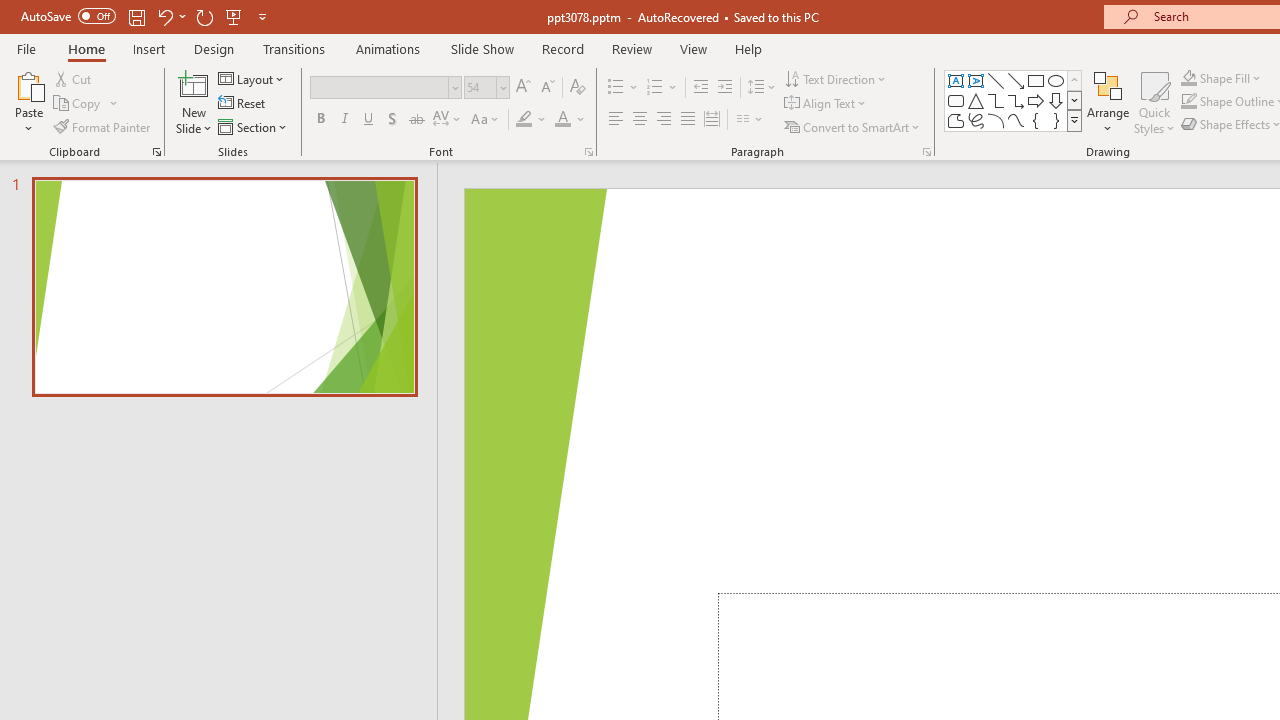 The image size is (1280, 720). Describe the element at coordinates (251, 78) in the screenshot. I see `'Layout'` at that location.